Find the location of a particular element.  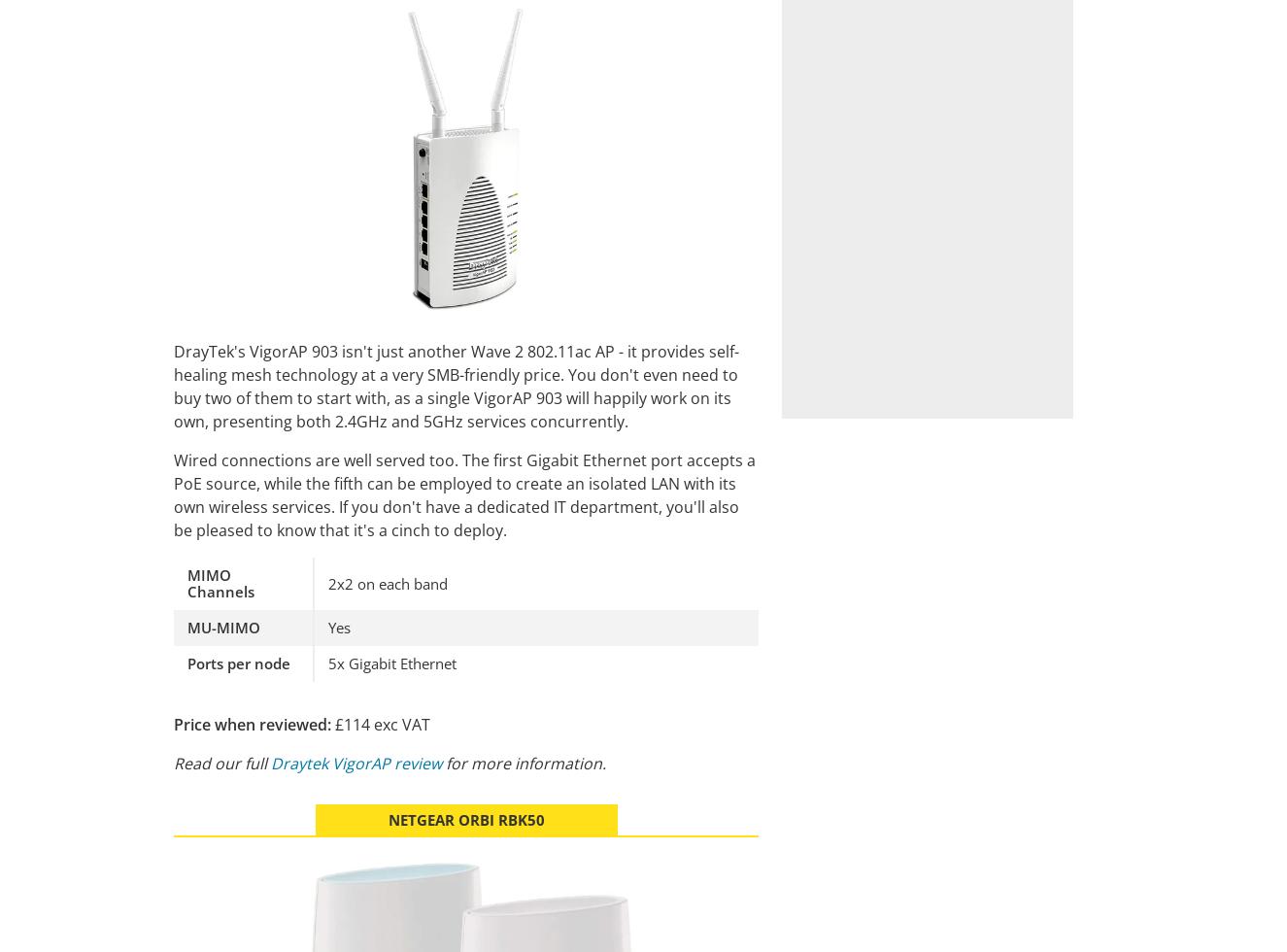

'MU-MIMO' is located at coordinates (223, 627).